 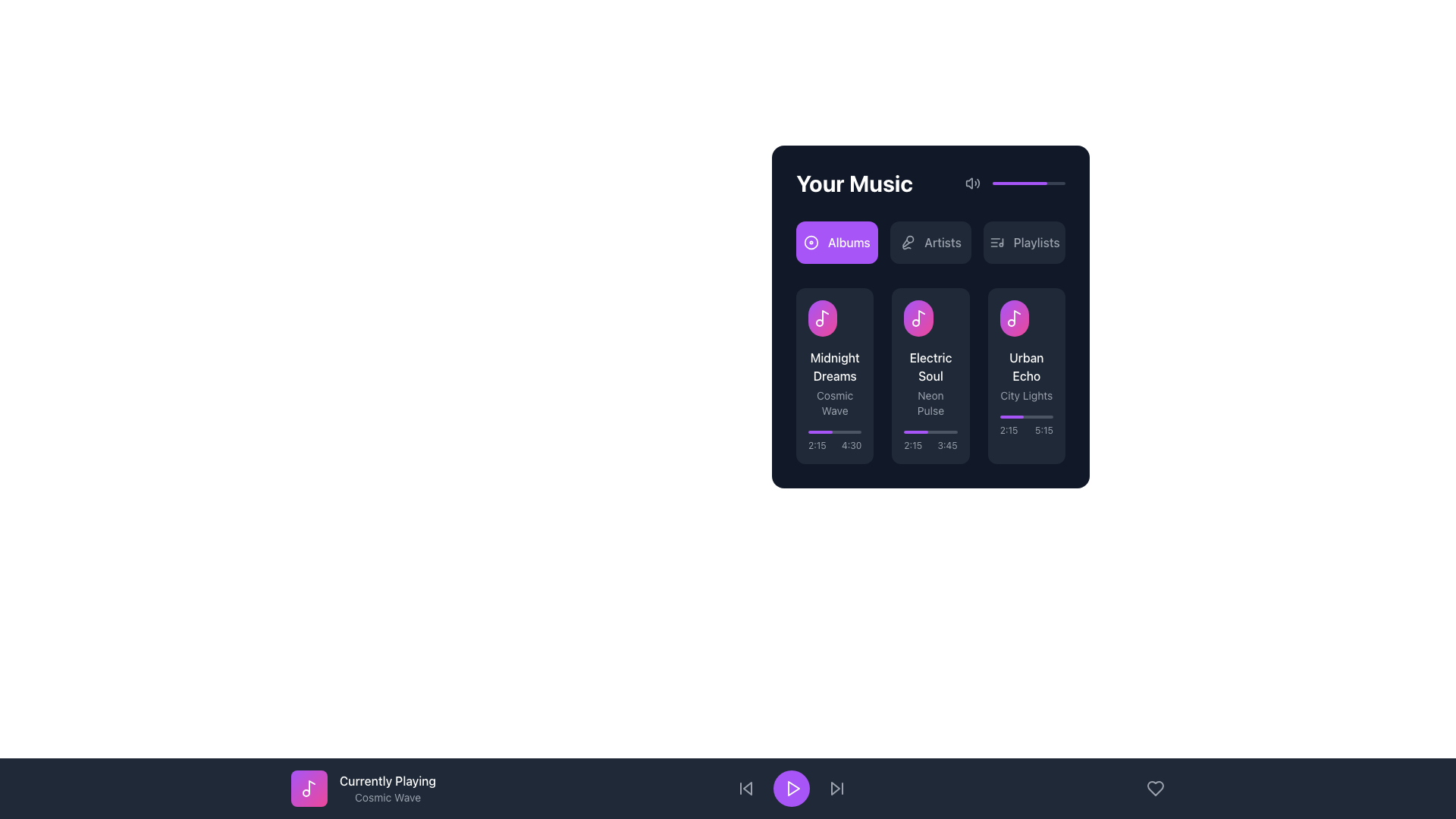 I want to click on text label displaying 'Urban Echo' which is styled in white on a dark background, located on the rightmost music card under the 'Albums' section, so click(x=1026, y=366).